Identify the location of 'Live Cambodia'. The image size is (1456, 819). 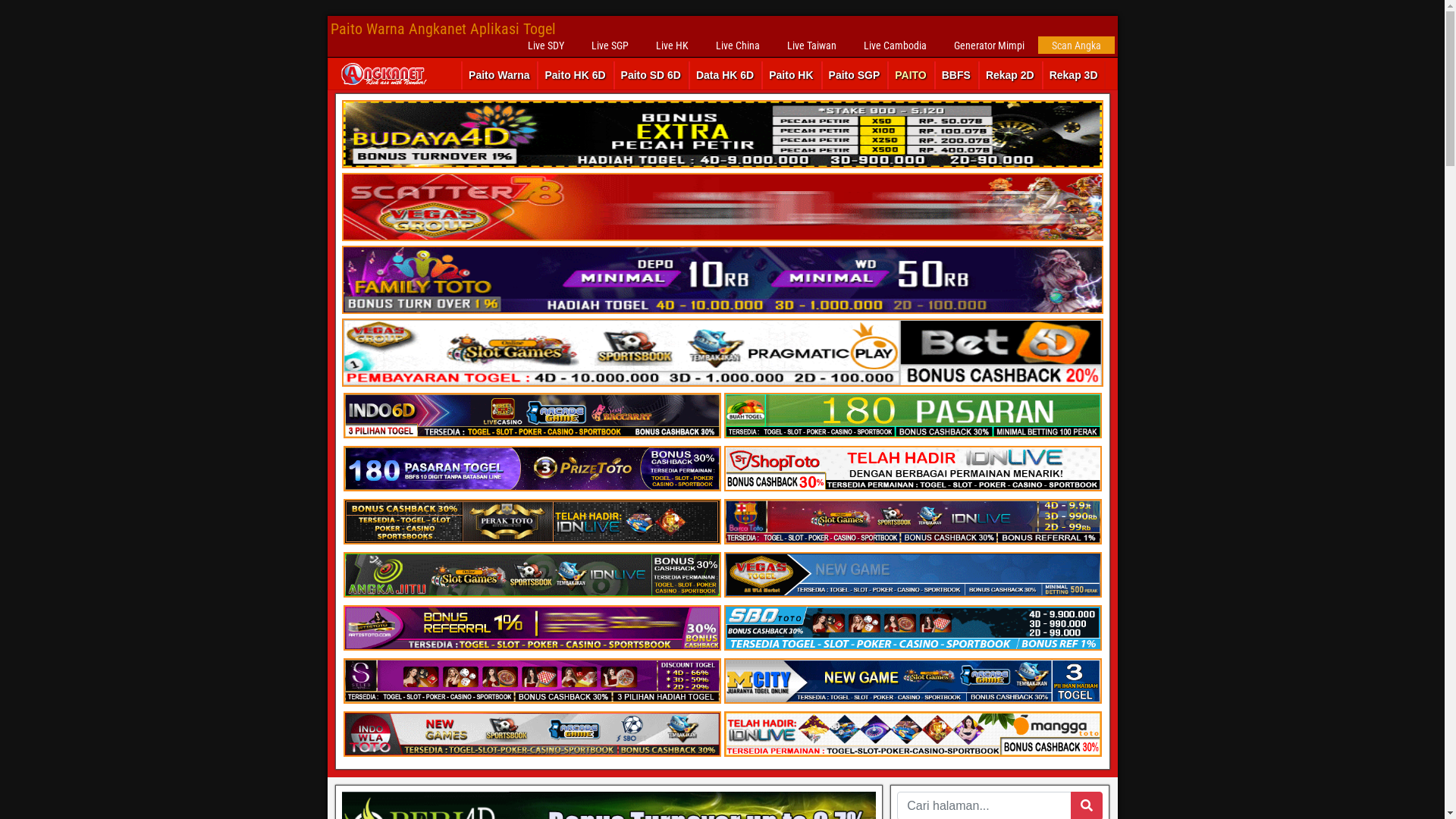
(894, 45).